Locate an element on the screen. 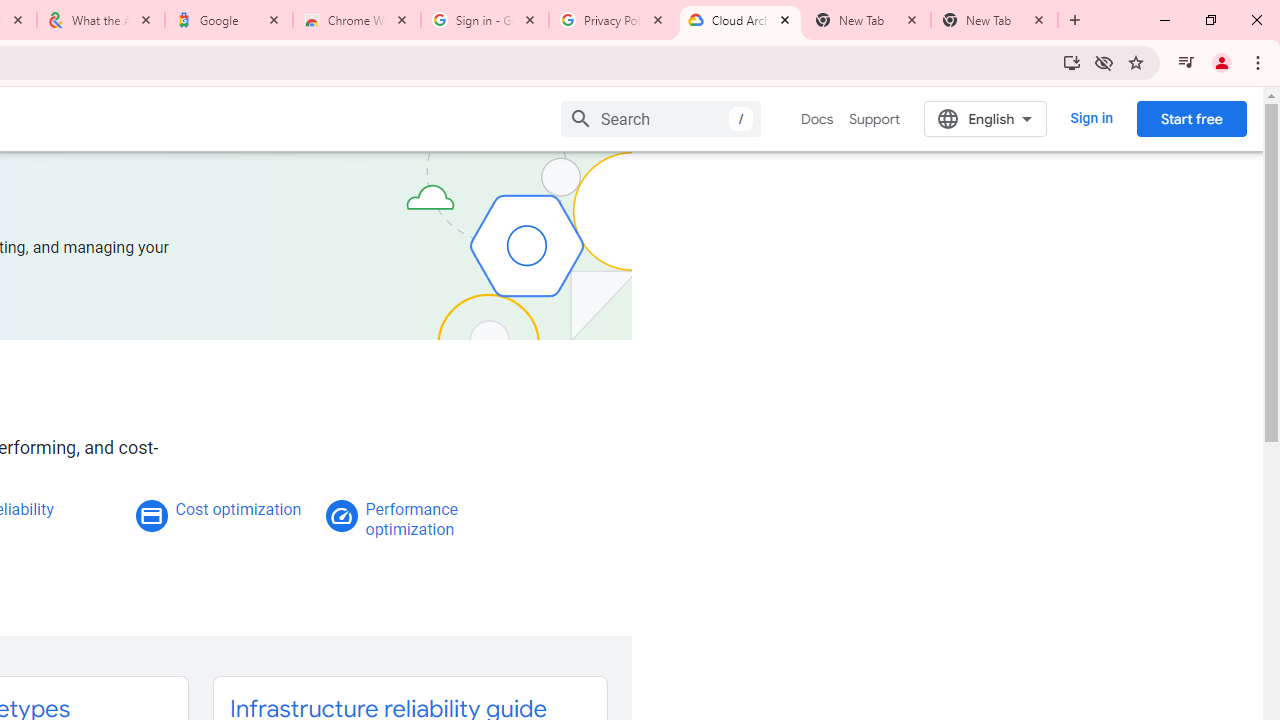 The width and height of the screenshot is (1280, 720). 'Performance optimization' is located at coordinates (410, 518).